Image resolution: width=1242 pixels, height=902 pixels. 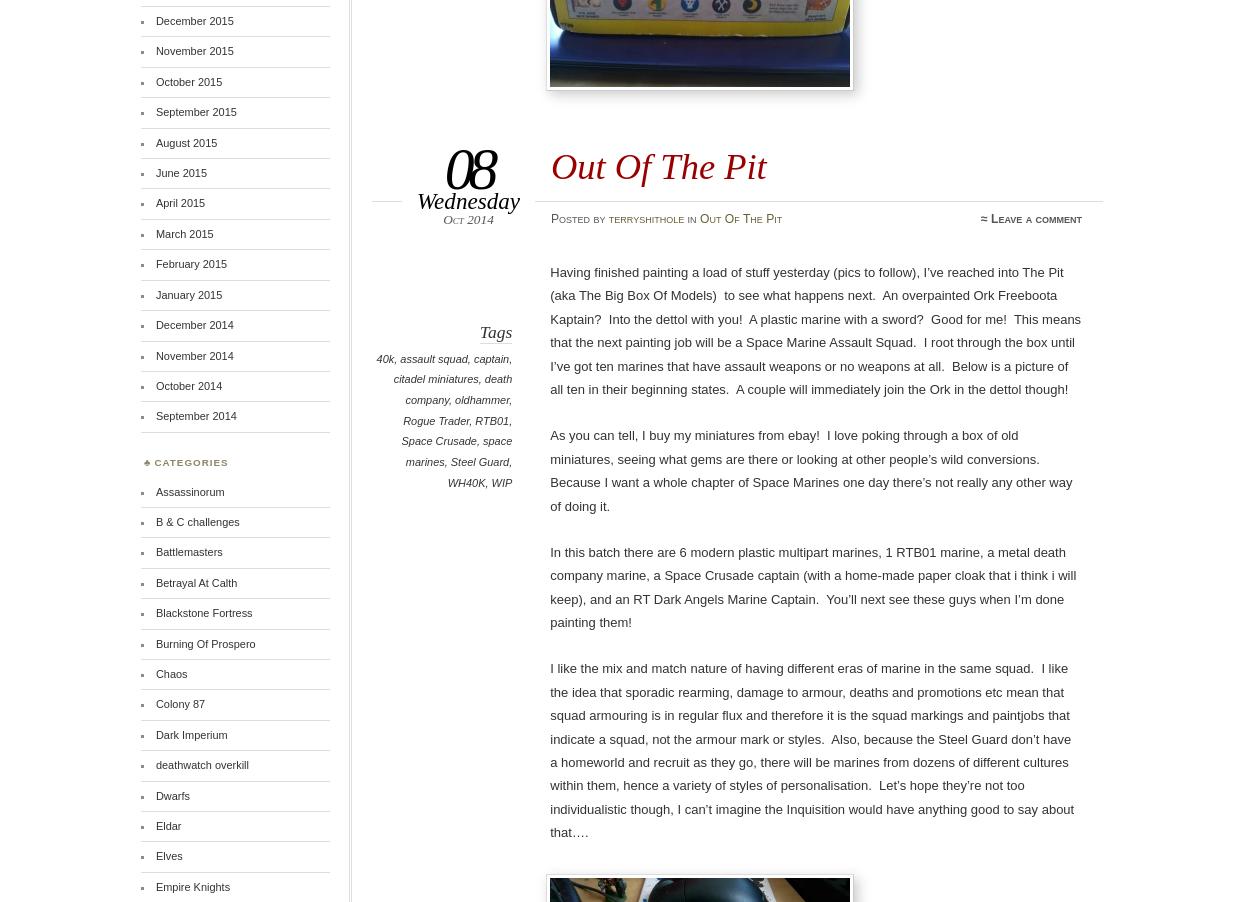 I want to click on 'Colony 87', so click(x=178, y=704).